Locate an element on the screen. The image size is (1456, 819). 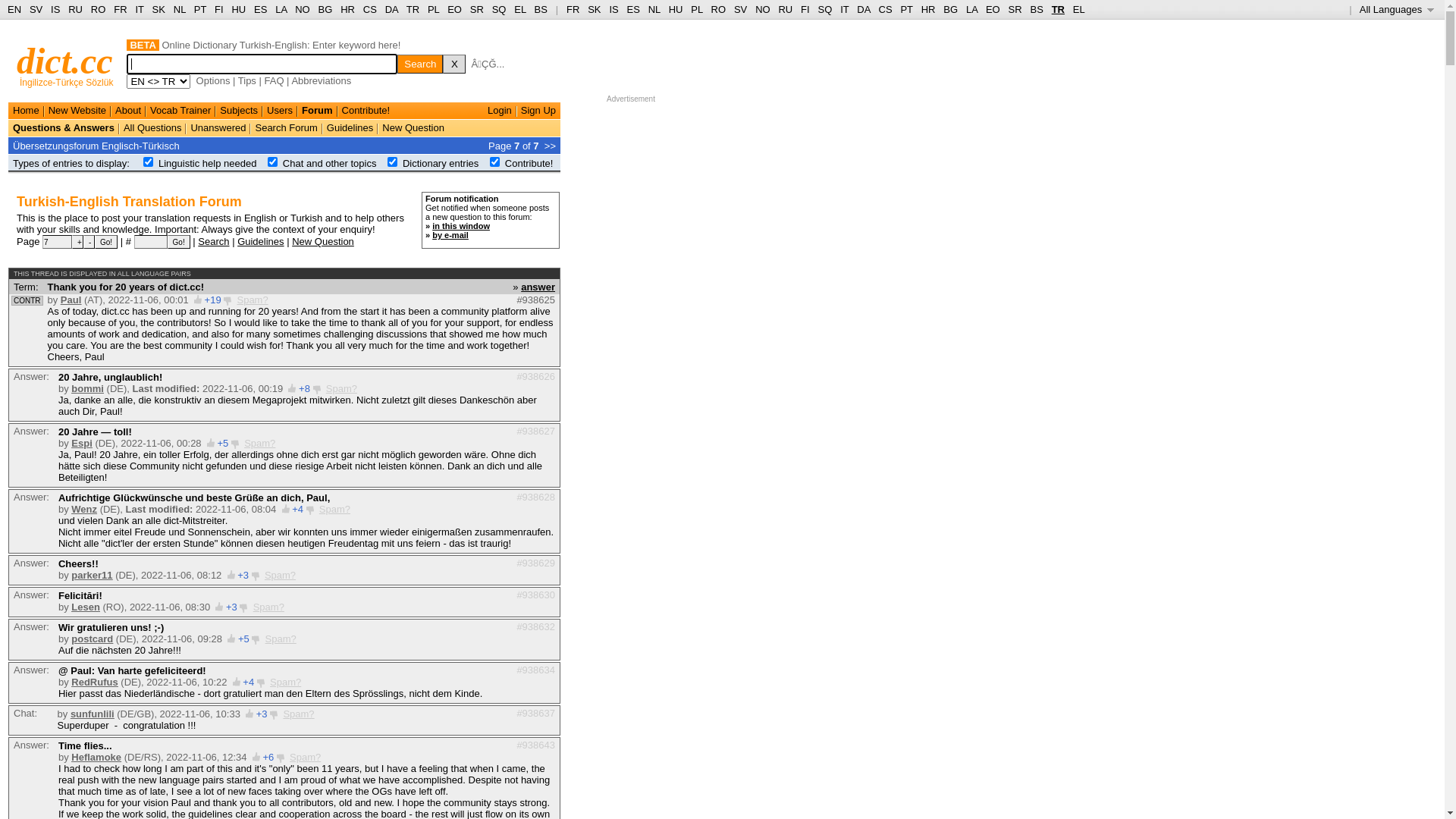
'Spam?' is located at coordinates (253, 606).